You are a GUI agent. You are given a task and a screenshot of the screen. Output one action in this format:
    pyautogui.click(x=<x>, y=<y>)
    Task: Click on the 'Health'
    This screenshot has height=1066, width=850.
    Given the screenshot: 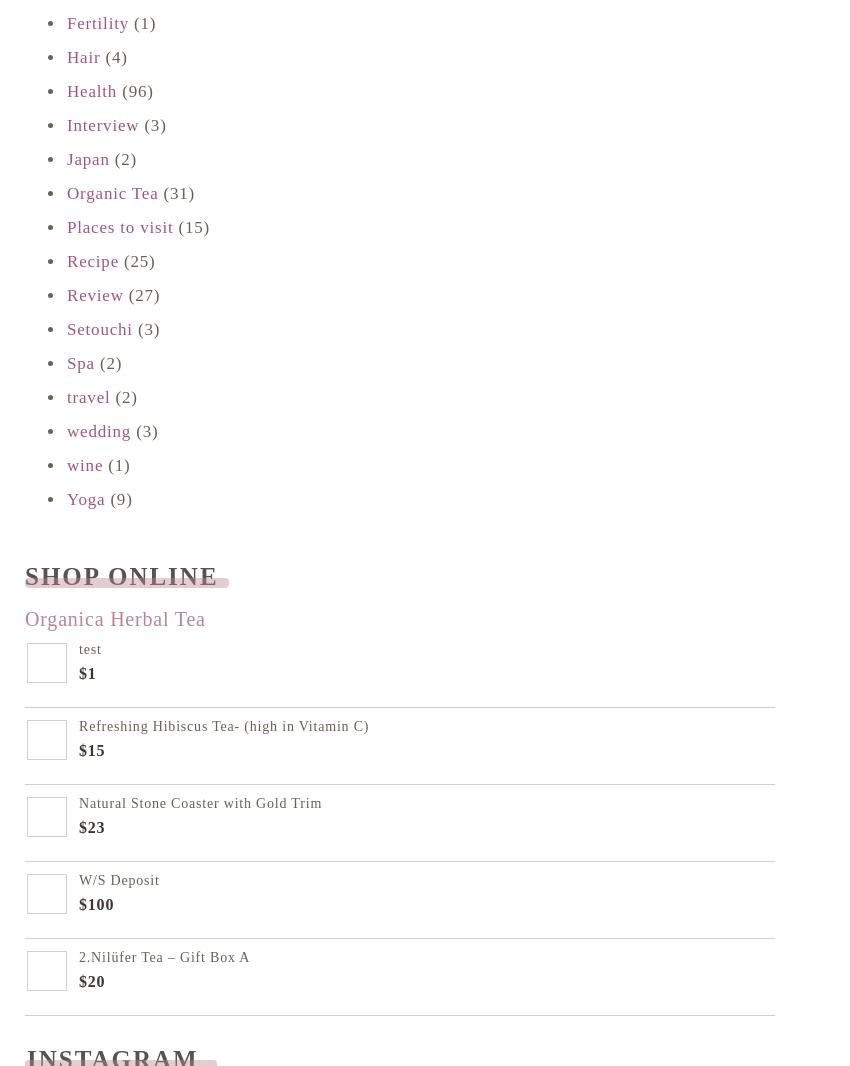 What is the action you would take?
    pyautogui.click(x=90, y=90)
    